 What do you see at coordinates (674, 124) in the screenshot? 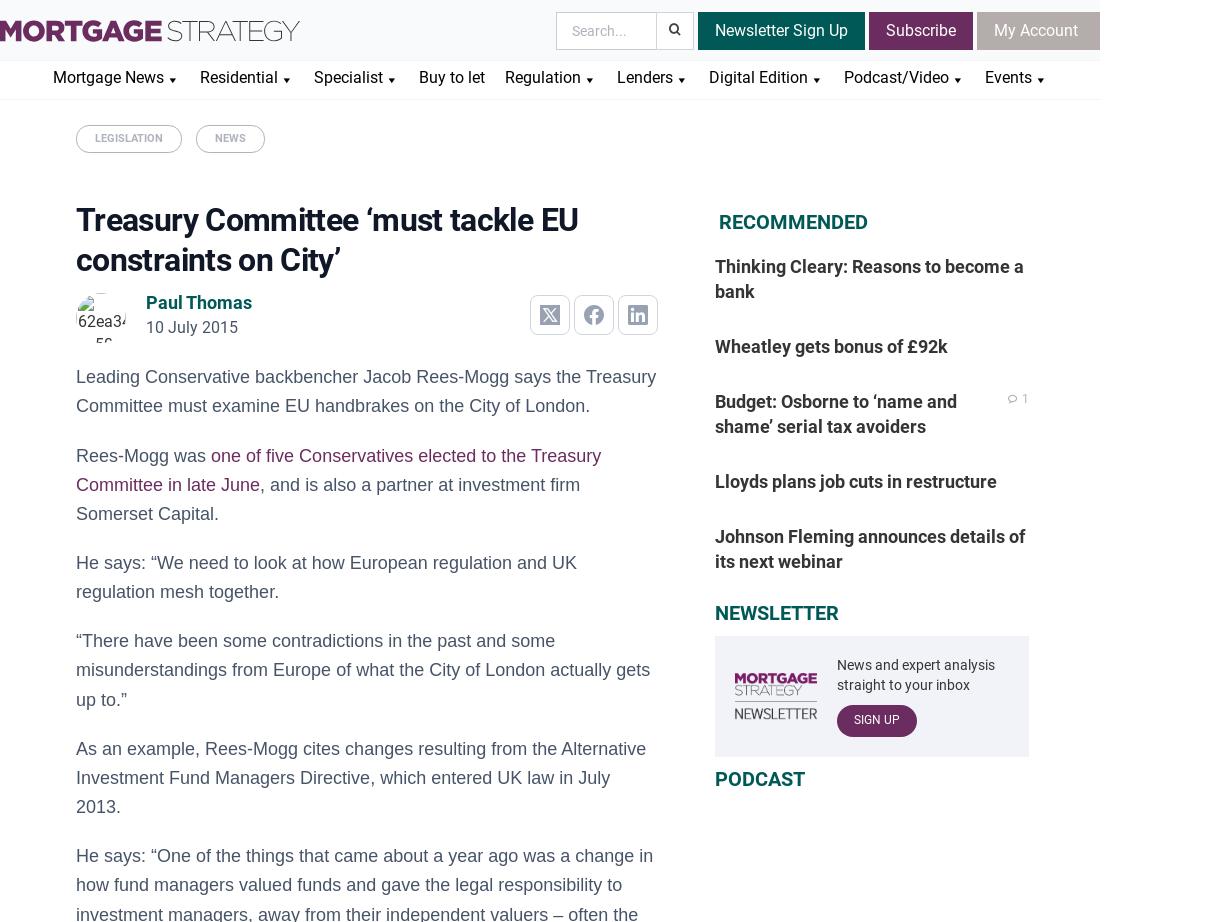
I see `'Lending Strategy'` at bounding box center [674, 124].